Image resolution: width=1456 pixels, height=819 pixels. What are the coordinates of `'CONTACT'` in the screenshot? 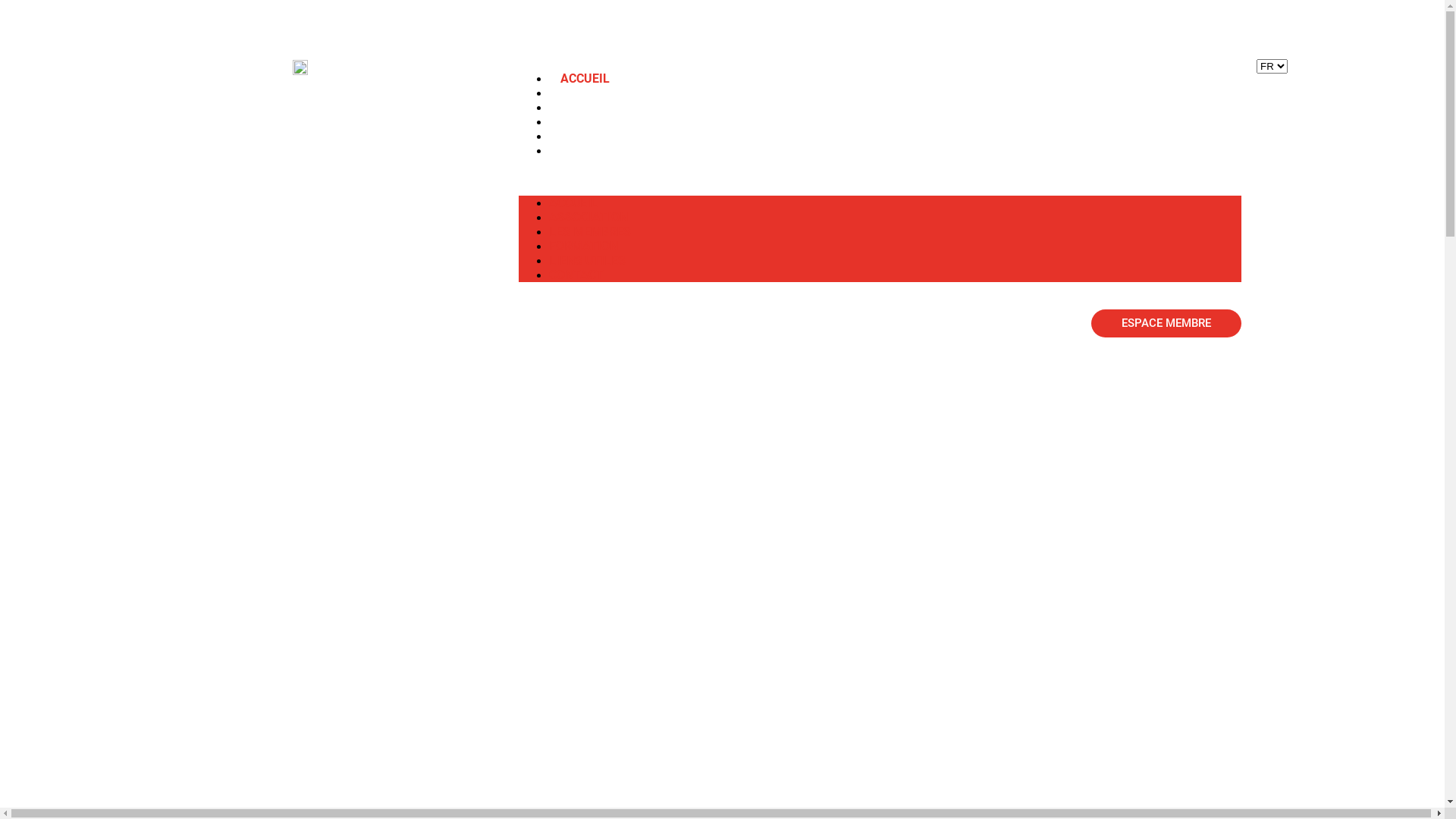 It's located at (586, 150).